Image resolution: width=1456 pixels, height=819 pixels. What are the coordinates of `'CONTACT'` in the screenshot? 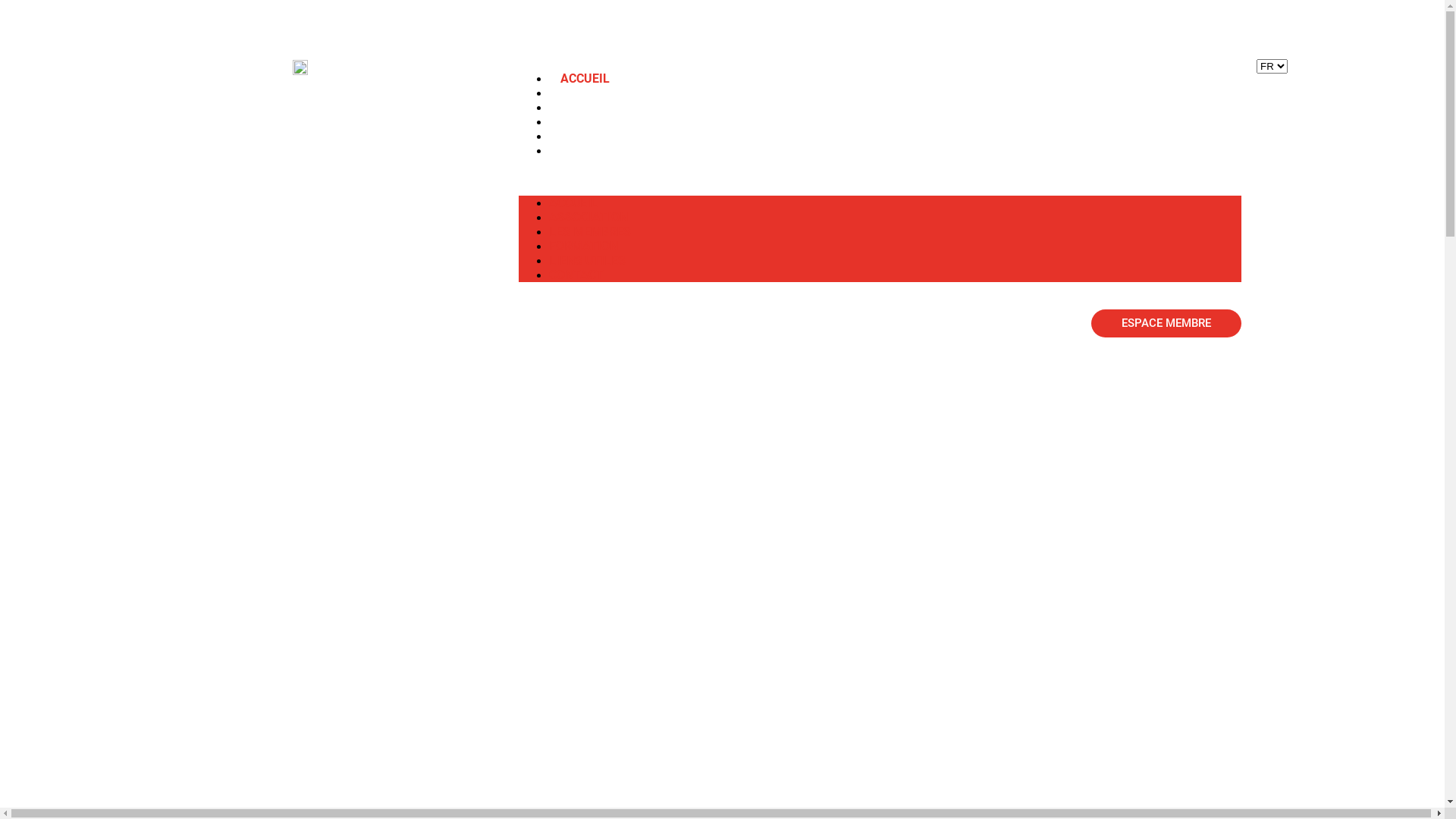 It's located at (586, 150).